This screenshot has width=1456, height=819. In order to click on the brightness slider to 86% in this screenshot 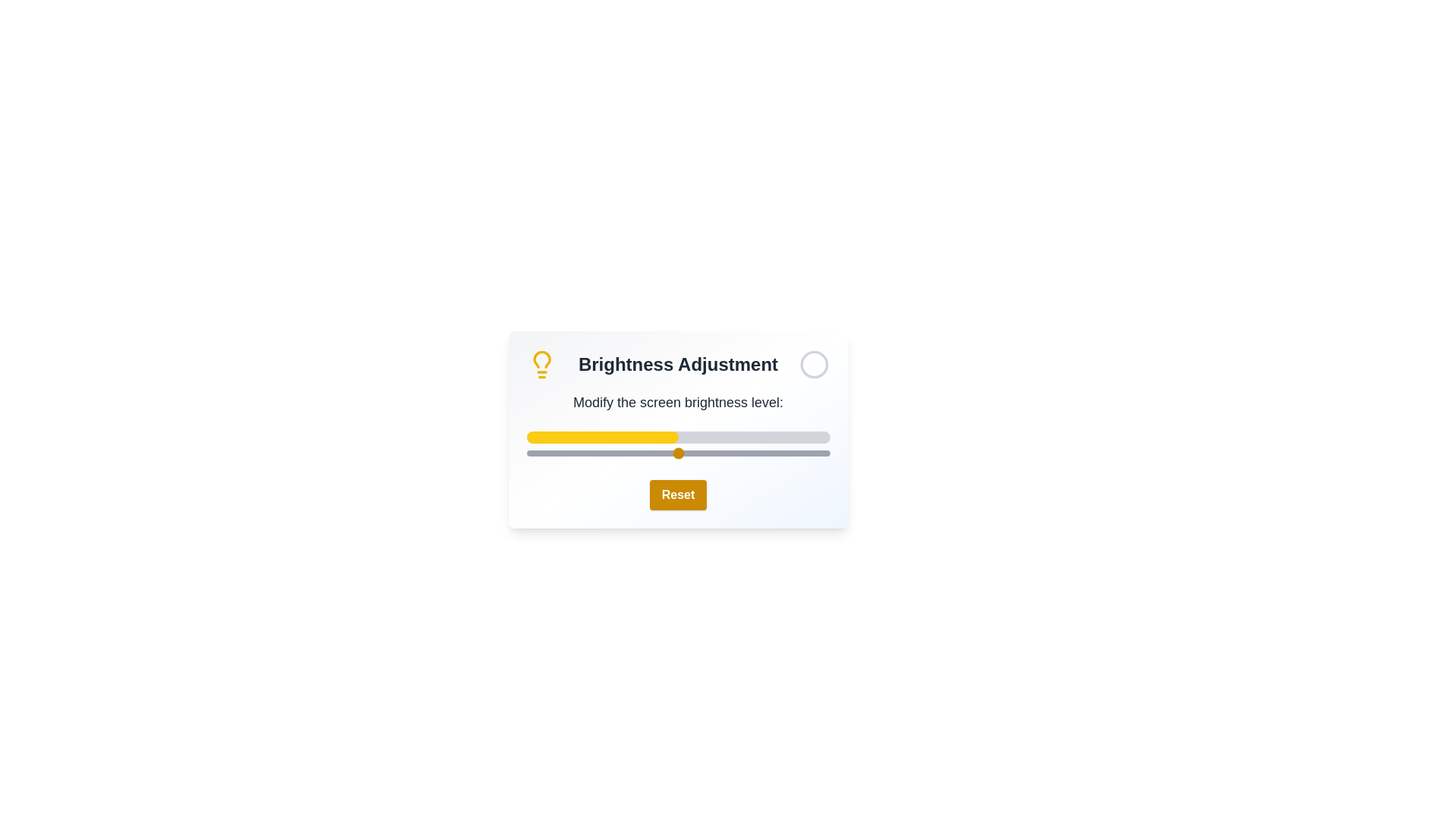, I will do `click(787, 452)`.